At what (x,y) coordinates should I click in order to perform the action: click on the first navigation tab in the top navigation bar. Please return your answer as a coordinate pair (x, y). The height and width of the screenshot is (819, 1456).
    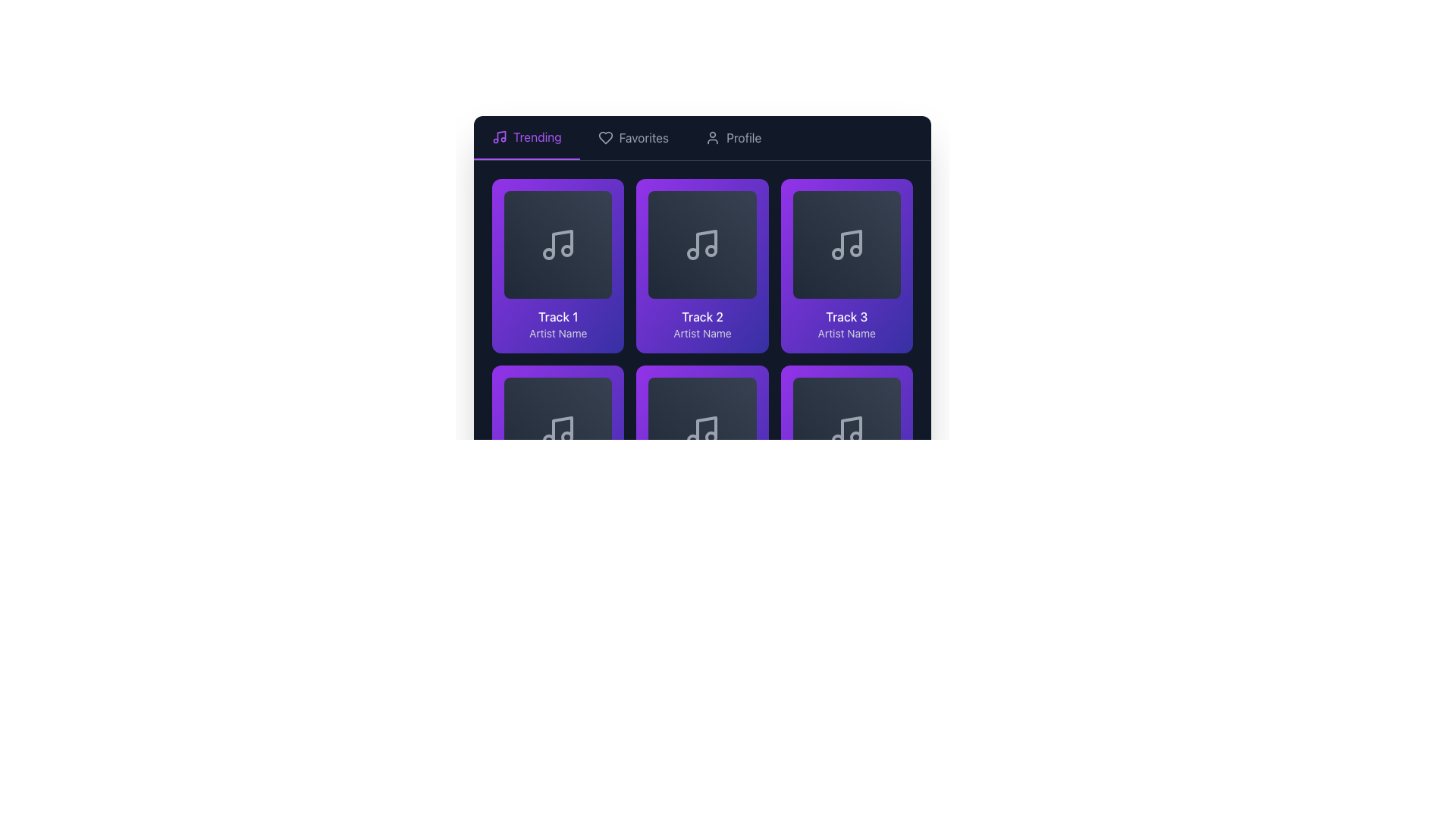
    Looking at the image, I should click on (526, 137).